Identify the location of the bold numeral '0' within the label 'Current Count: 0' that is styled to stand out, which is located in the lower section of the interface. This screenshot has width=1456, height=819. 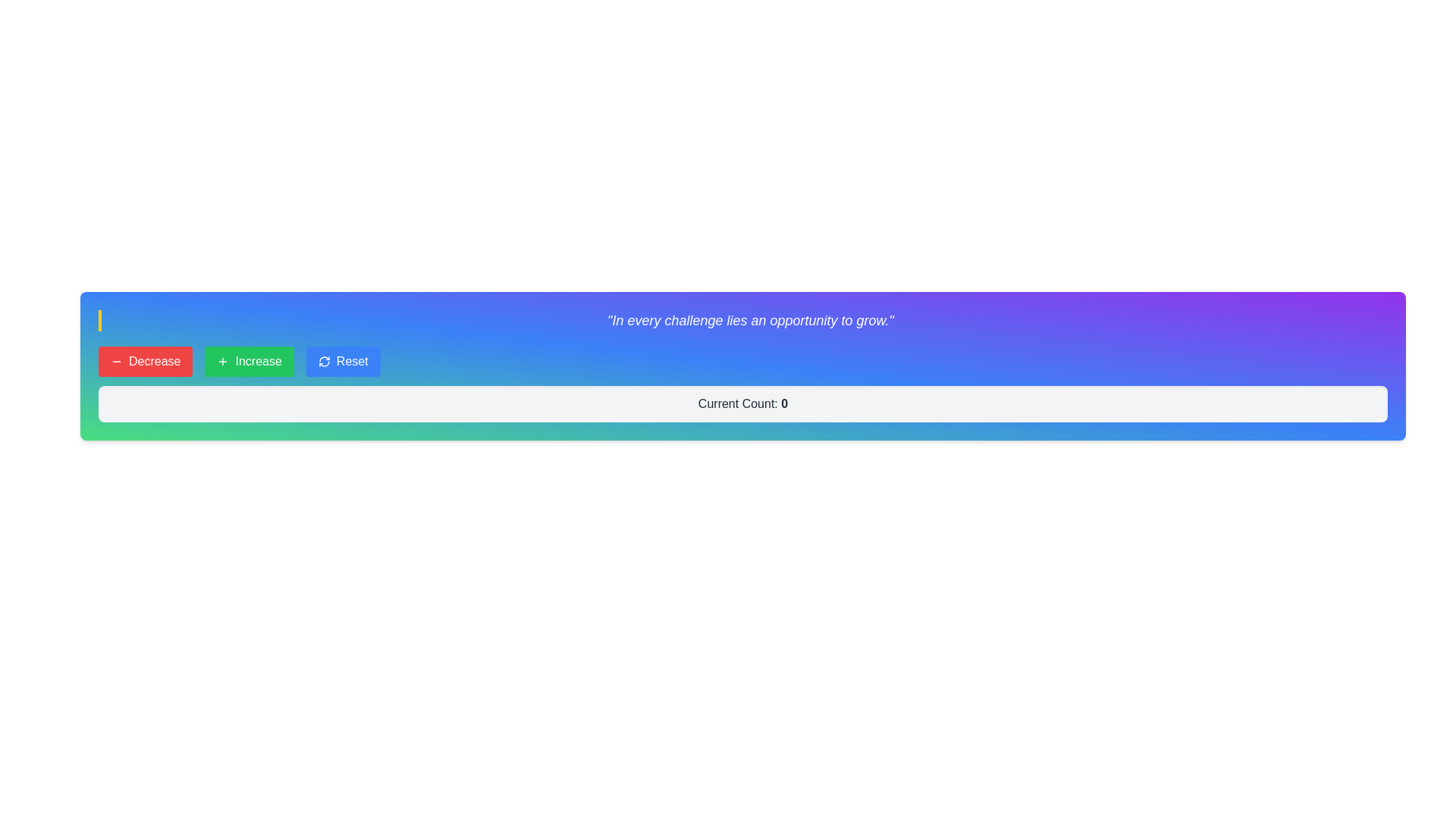
(784, 403).